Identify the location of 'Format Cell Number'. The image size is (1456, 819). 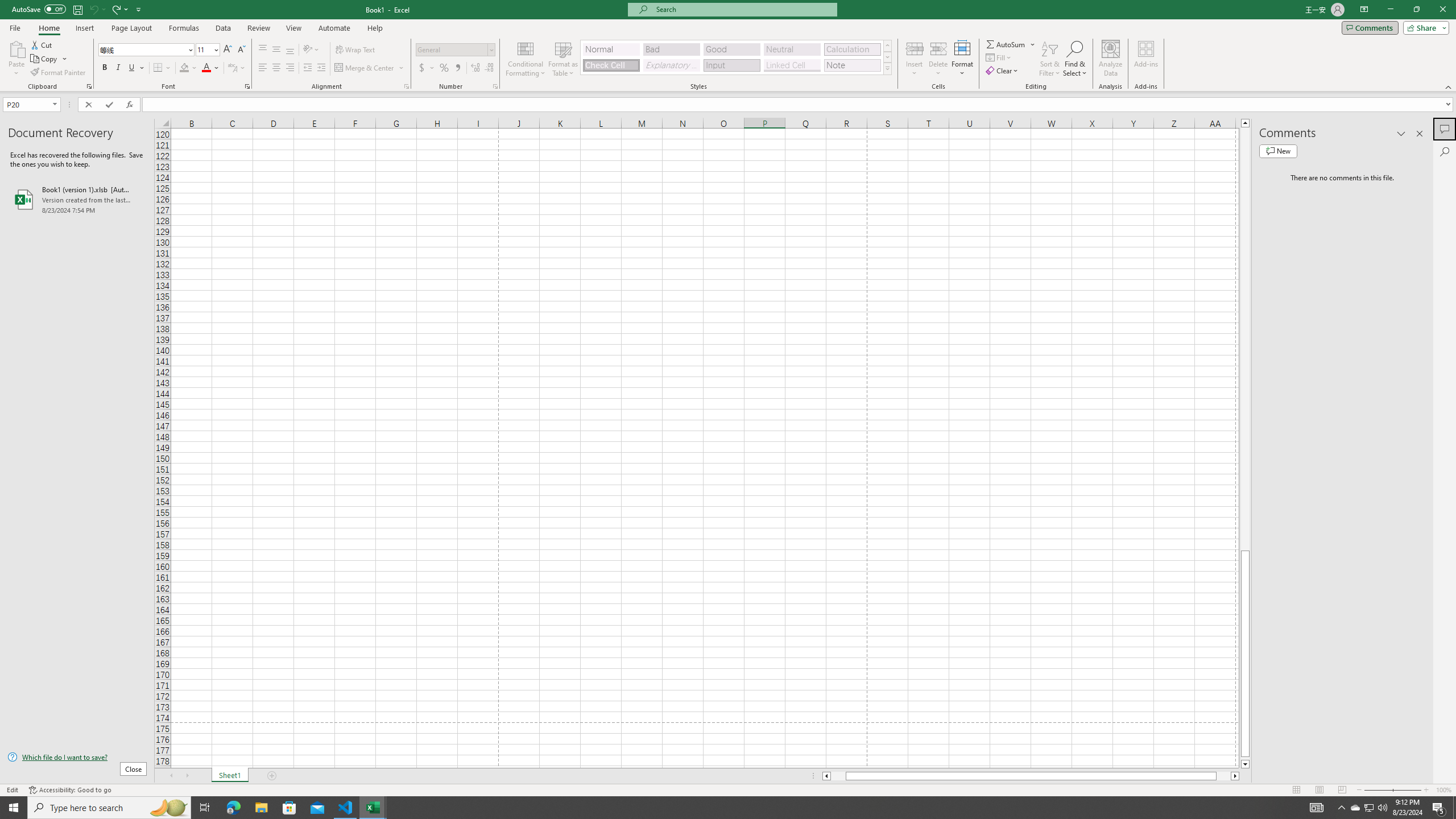
(494, 85).